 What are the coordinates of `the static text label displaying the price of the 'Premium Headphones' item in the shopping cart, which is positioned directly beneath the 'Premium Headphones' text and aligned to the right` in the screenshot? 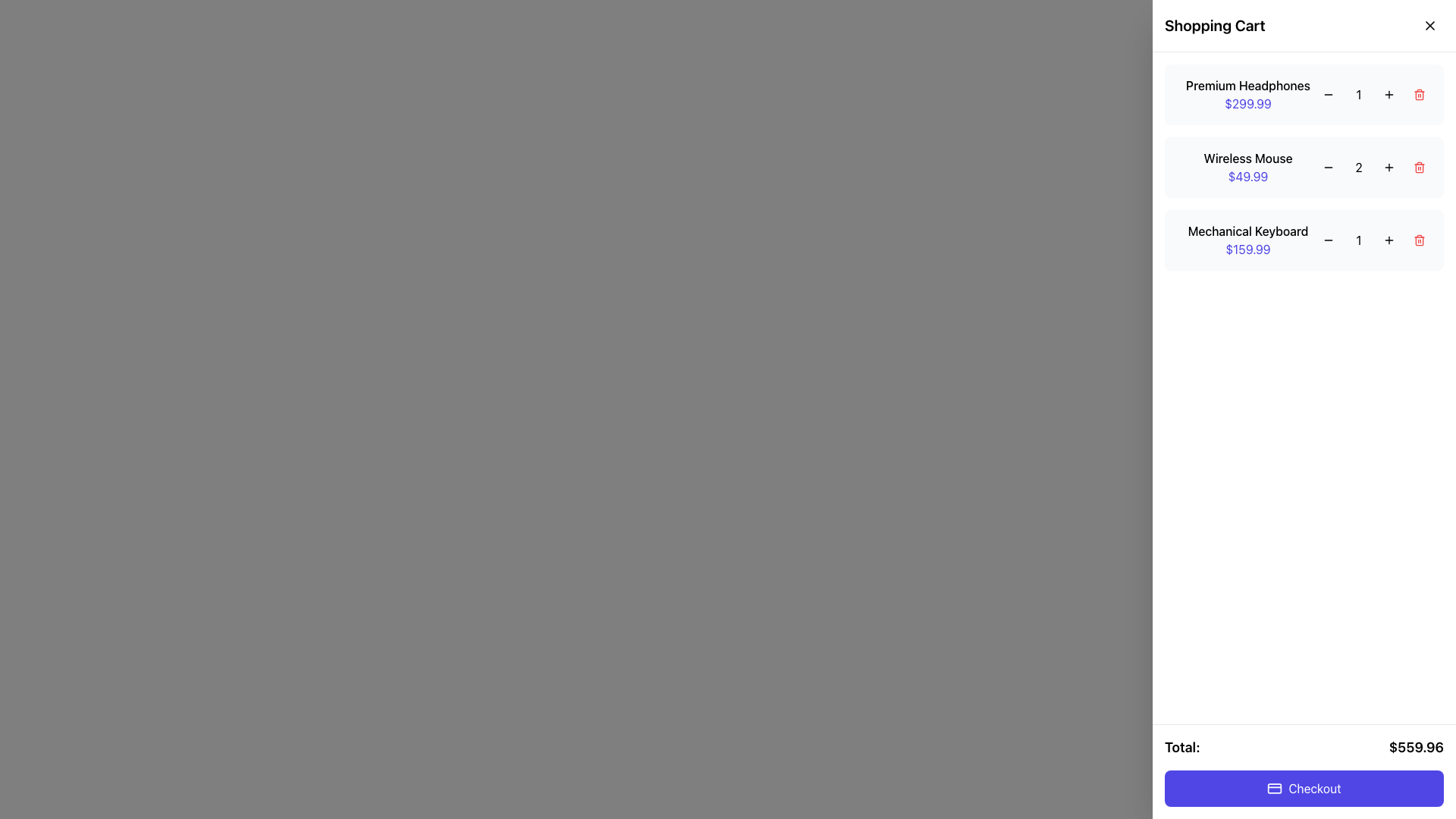 It's located at (1248, 103).